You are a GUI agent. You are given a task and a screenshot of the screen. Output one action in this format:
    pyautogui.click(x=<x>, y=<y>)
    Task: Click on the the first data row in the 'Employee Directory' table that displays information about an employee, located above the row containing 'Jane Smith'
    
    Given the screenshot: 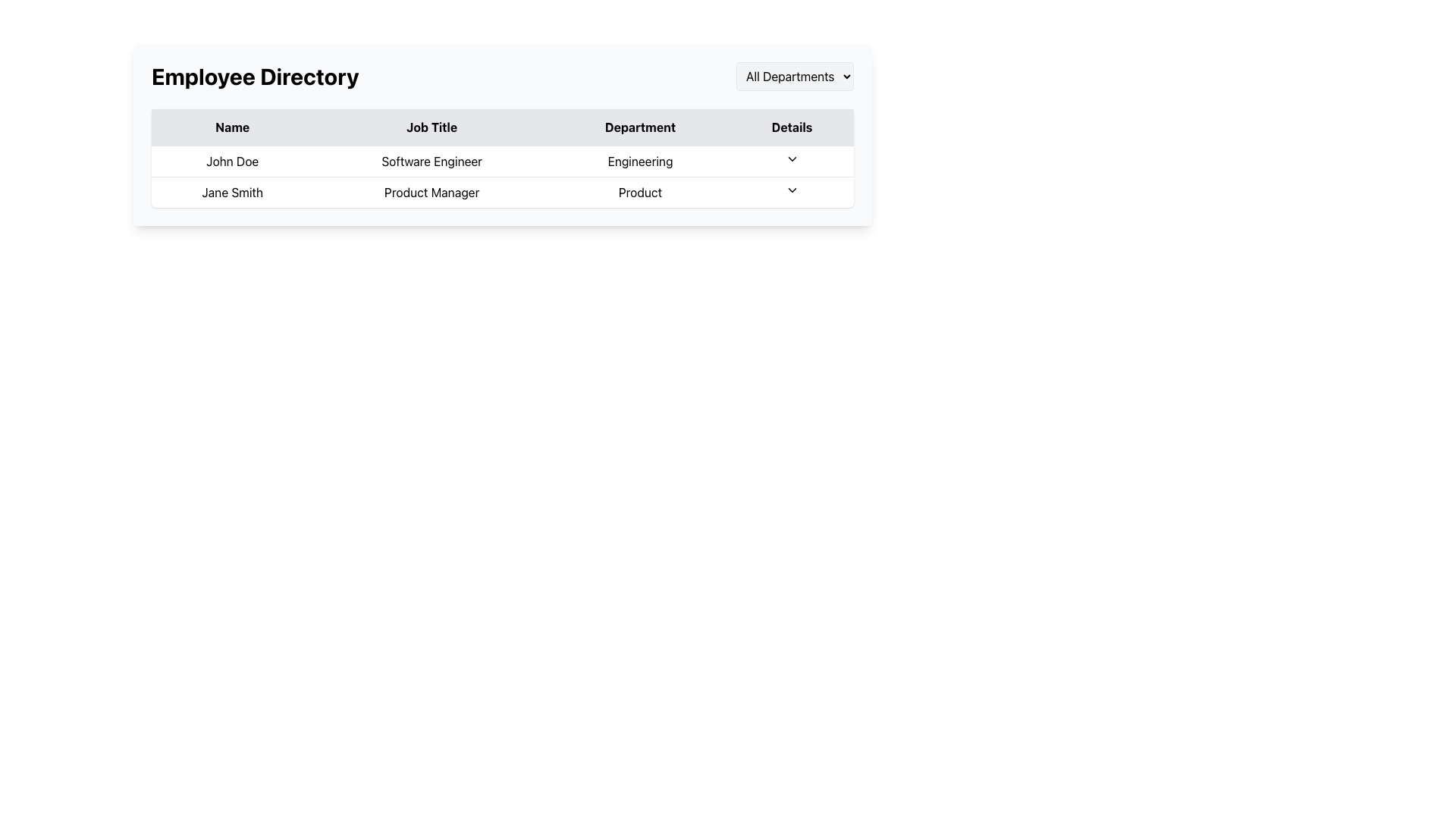 What is the action you would take?
    pyautogui.click(x=502, y=161)
    